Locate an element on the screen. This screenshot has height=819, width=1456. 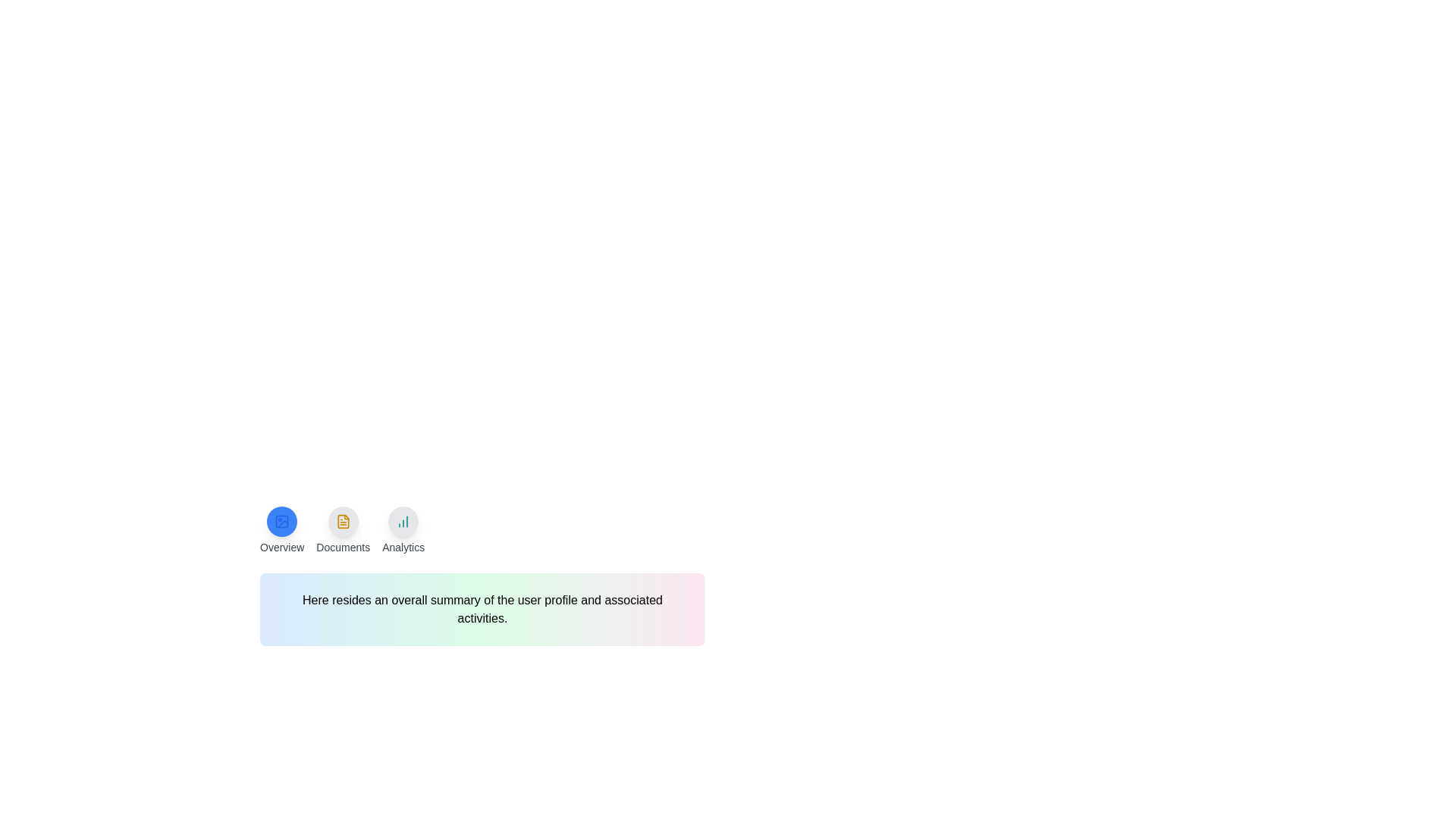
the 'Overview' navigation button with an icon is located at coordinates (282, 529).